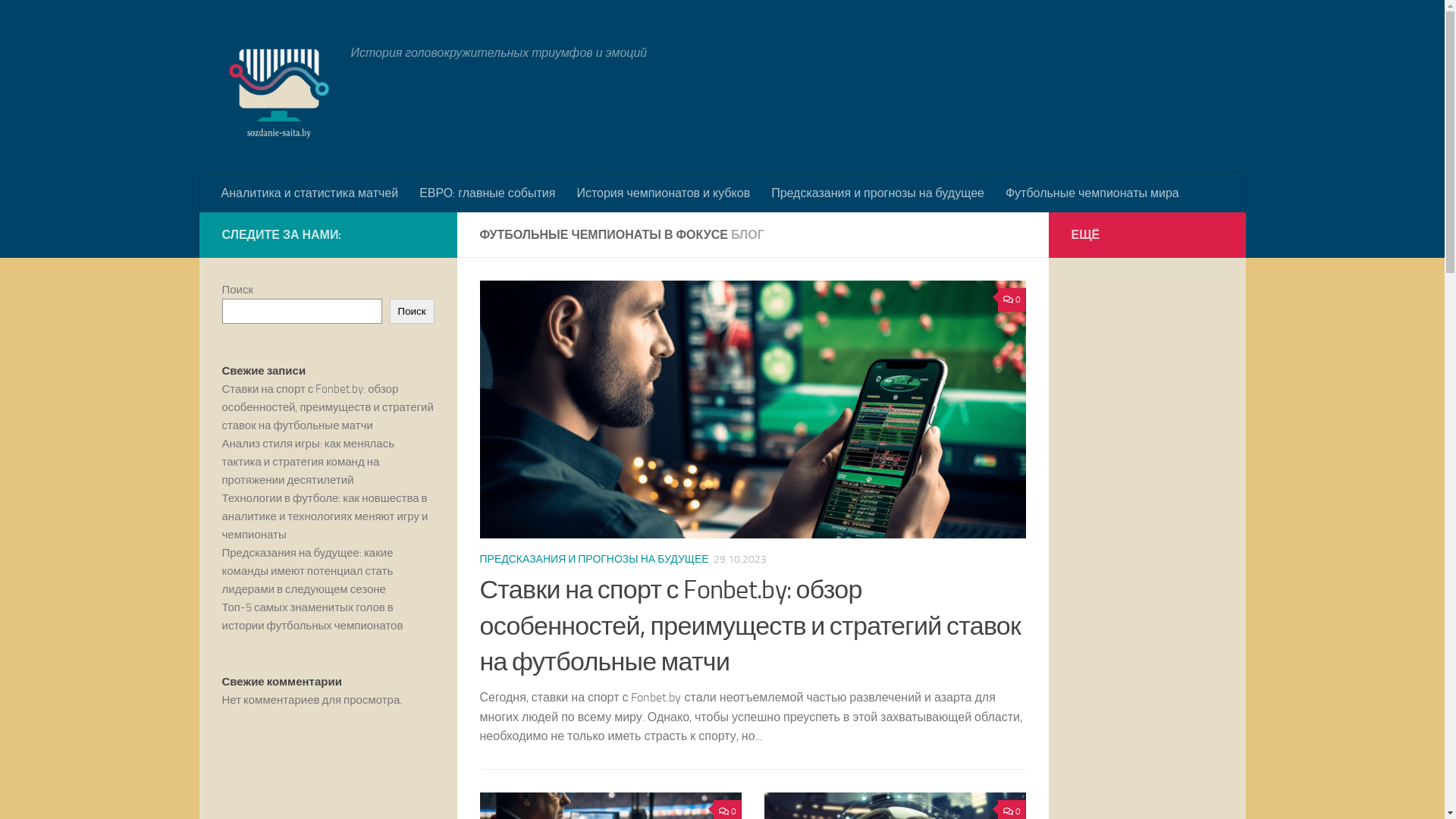 This screenshot has width=1456, height=819. I want to click on '0', so click(1012, 300).